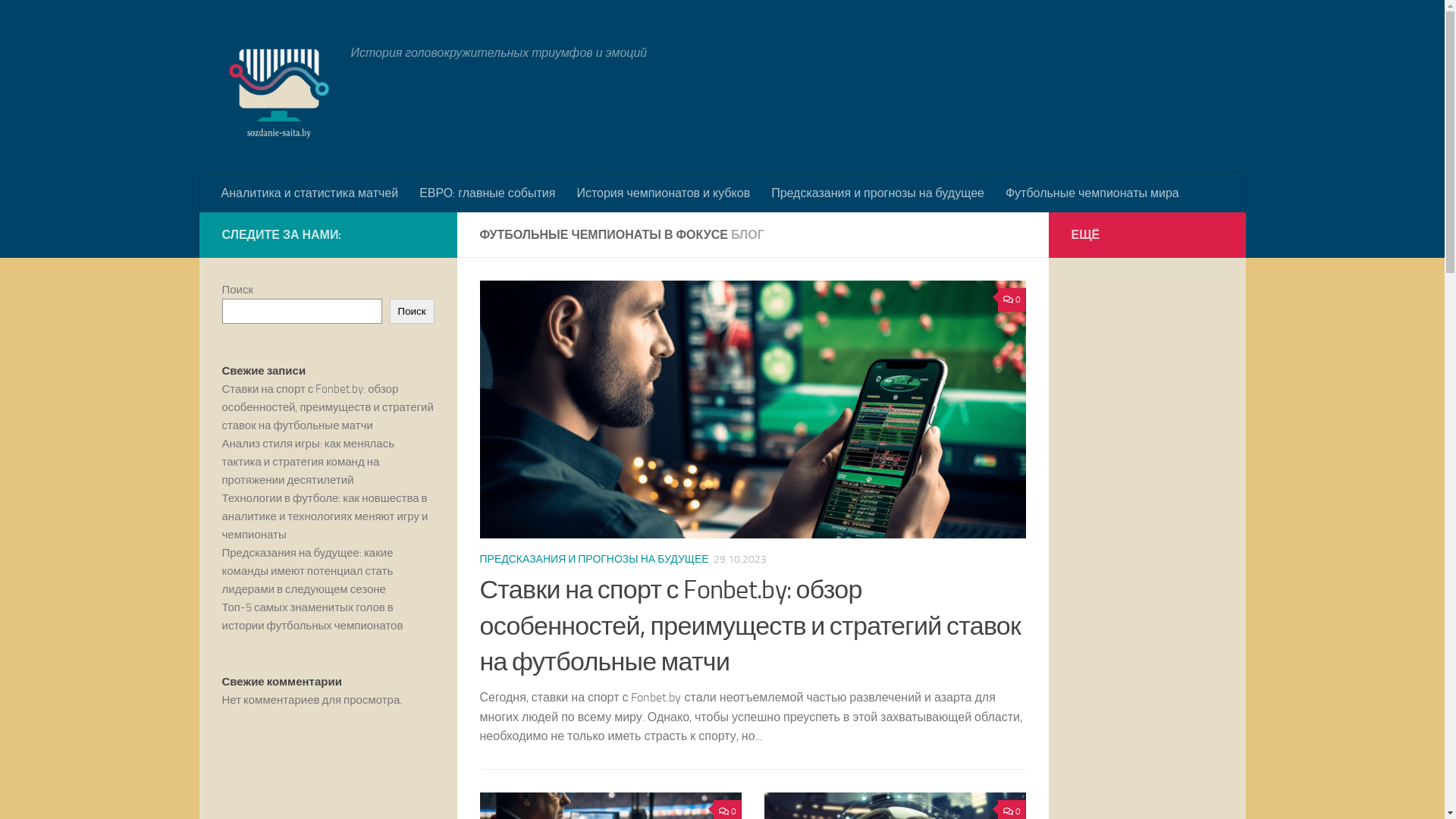 This screenshot has width=1456, height=819. I want to click on '0', so click(1012, 300).